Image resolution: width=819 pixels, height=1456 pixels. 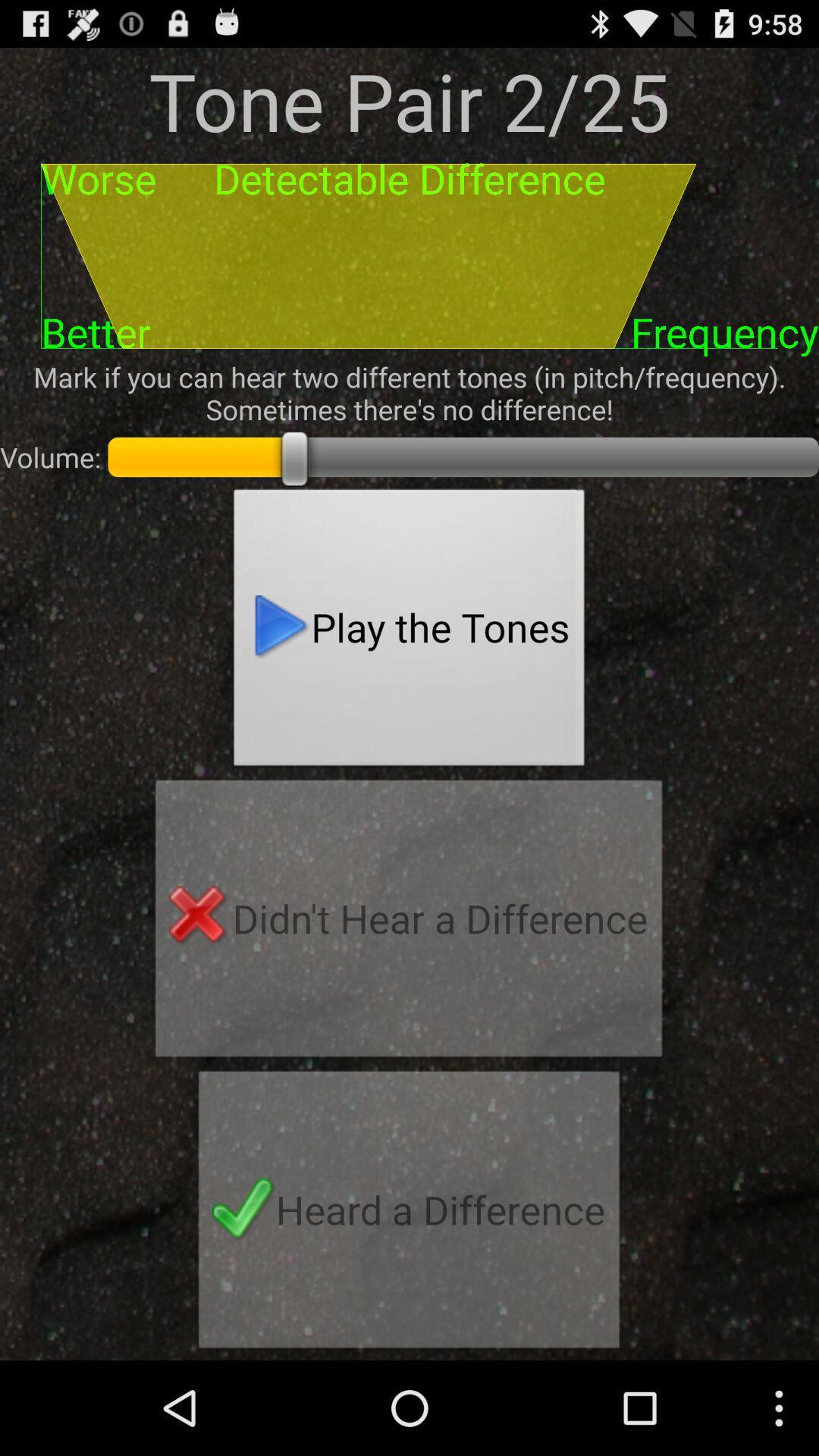 I want to click on the app to the right of volume:  icon, so click(x=409, y=632).